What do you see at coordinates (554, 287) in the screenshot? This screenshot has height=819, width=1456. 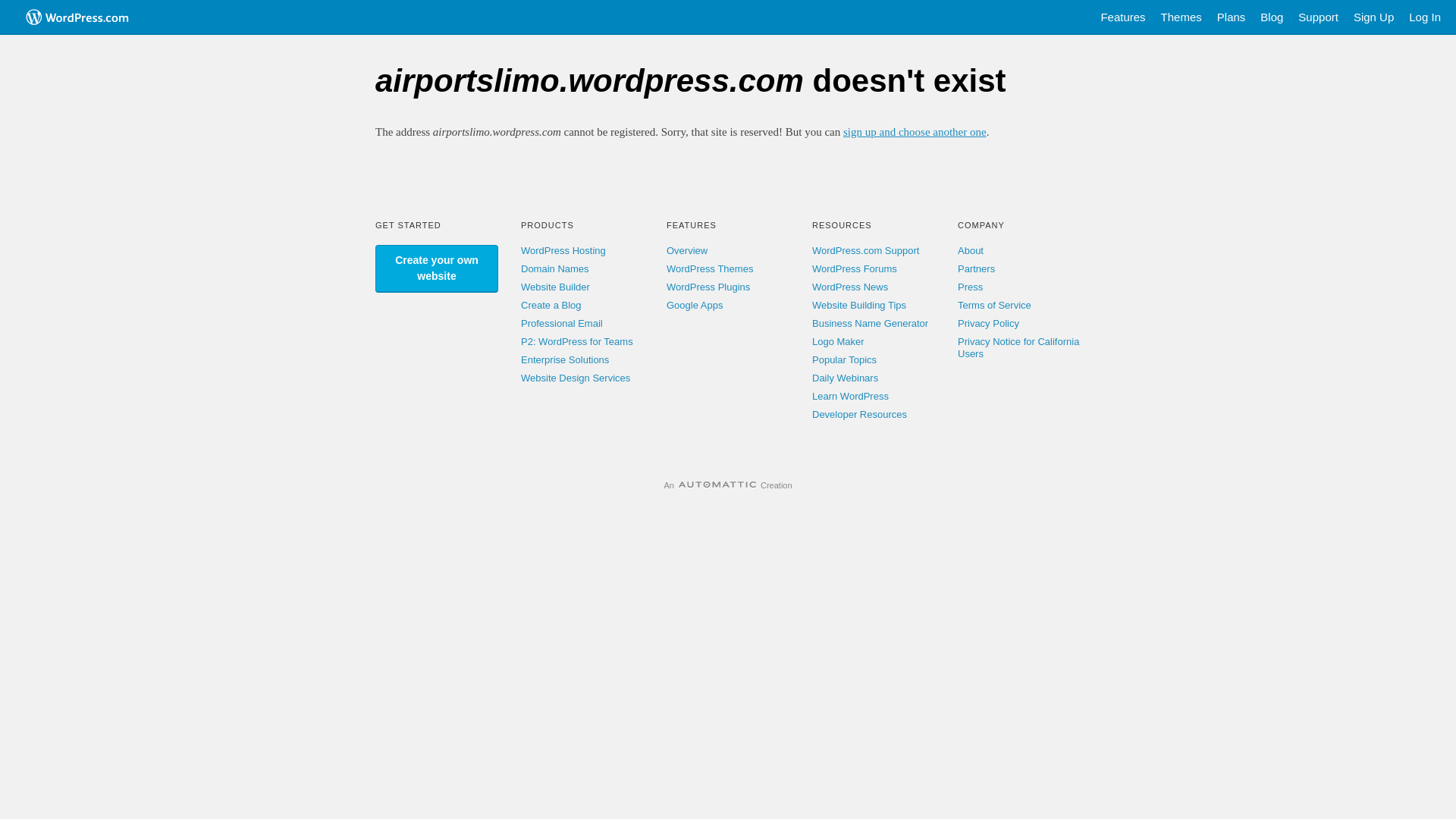 I see `'Website Builder'` at bounding box center [554, 287].